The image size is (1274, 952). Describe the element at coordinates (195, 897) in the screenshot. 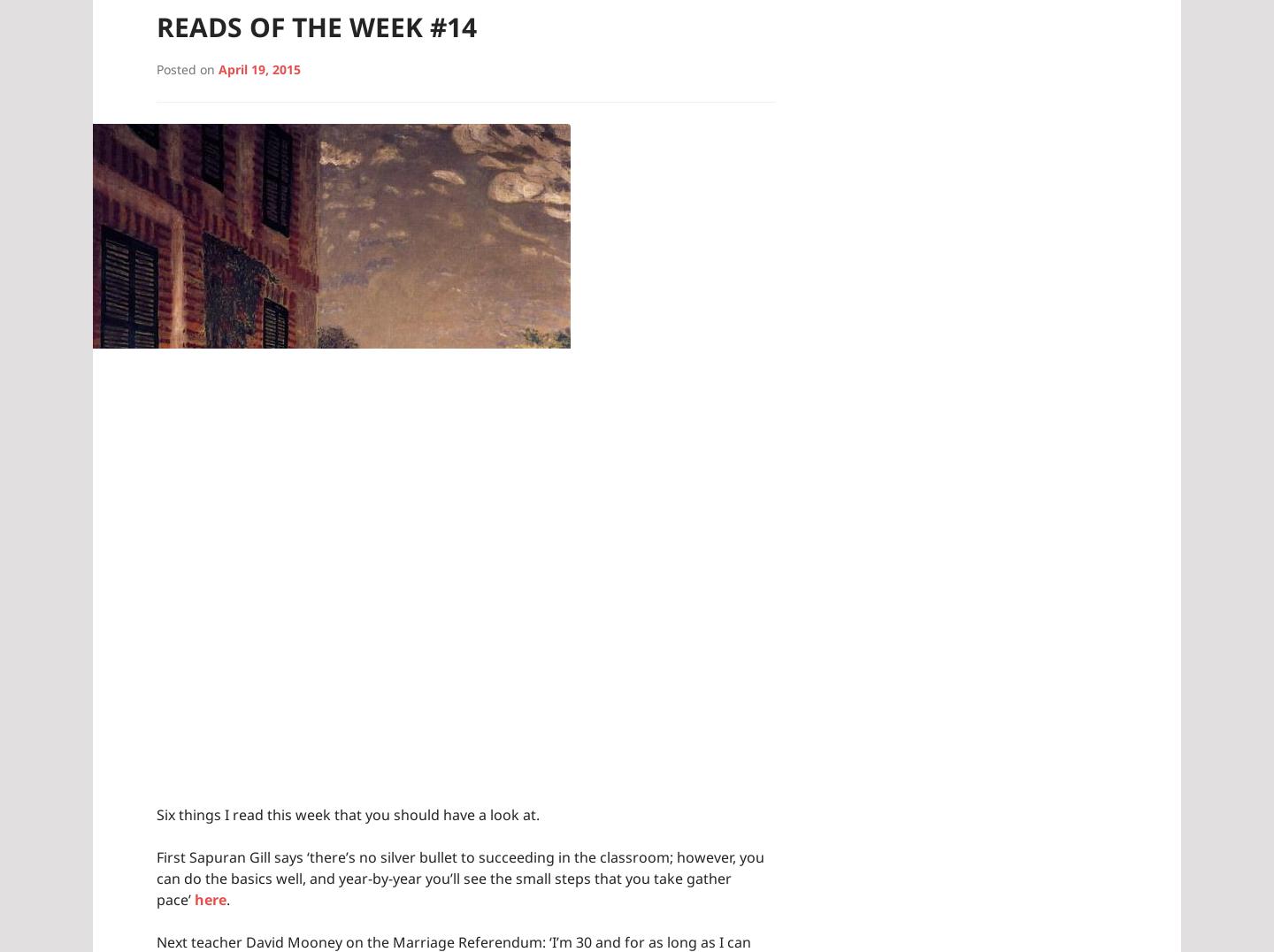

I see `'here'` at that location.